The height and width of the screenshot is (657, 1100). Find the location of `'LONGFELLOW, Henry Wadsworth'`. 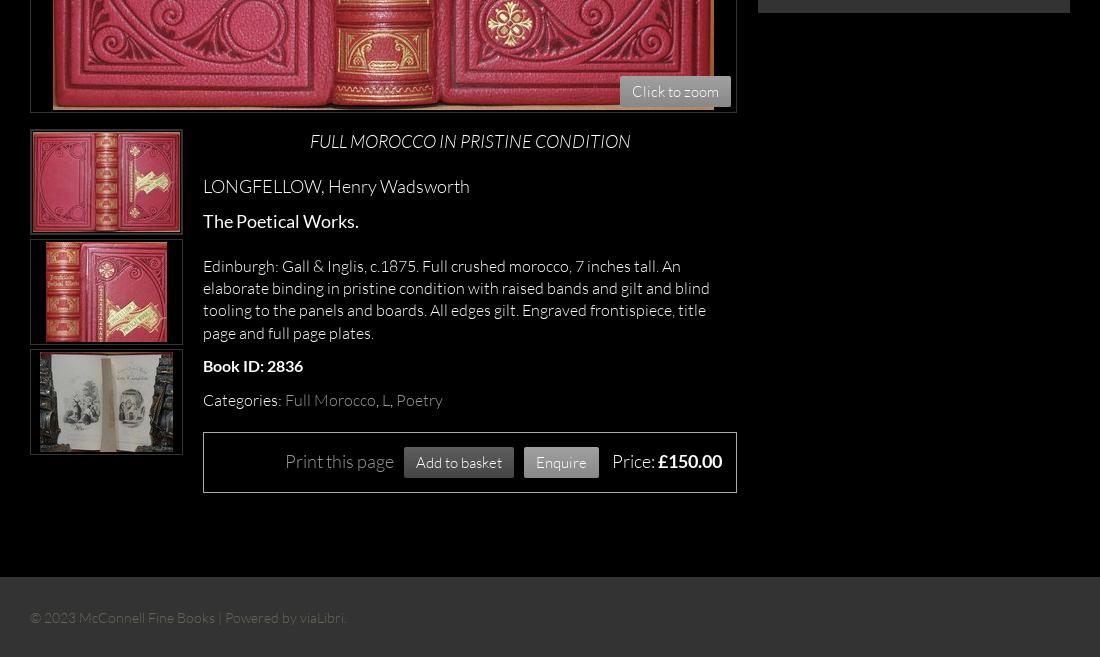

'LONGFELLOW, Henry Wadsworth' is located at coordinates (335, 185).